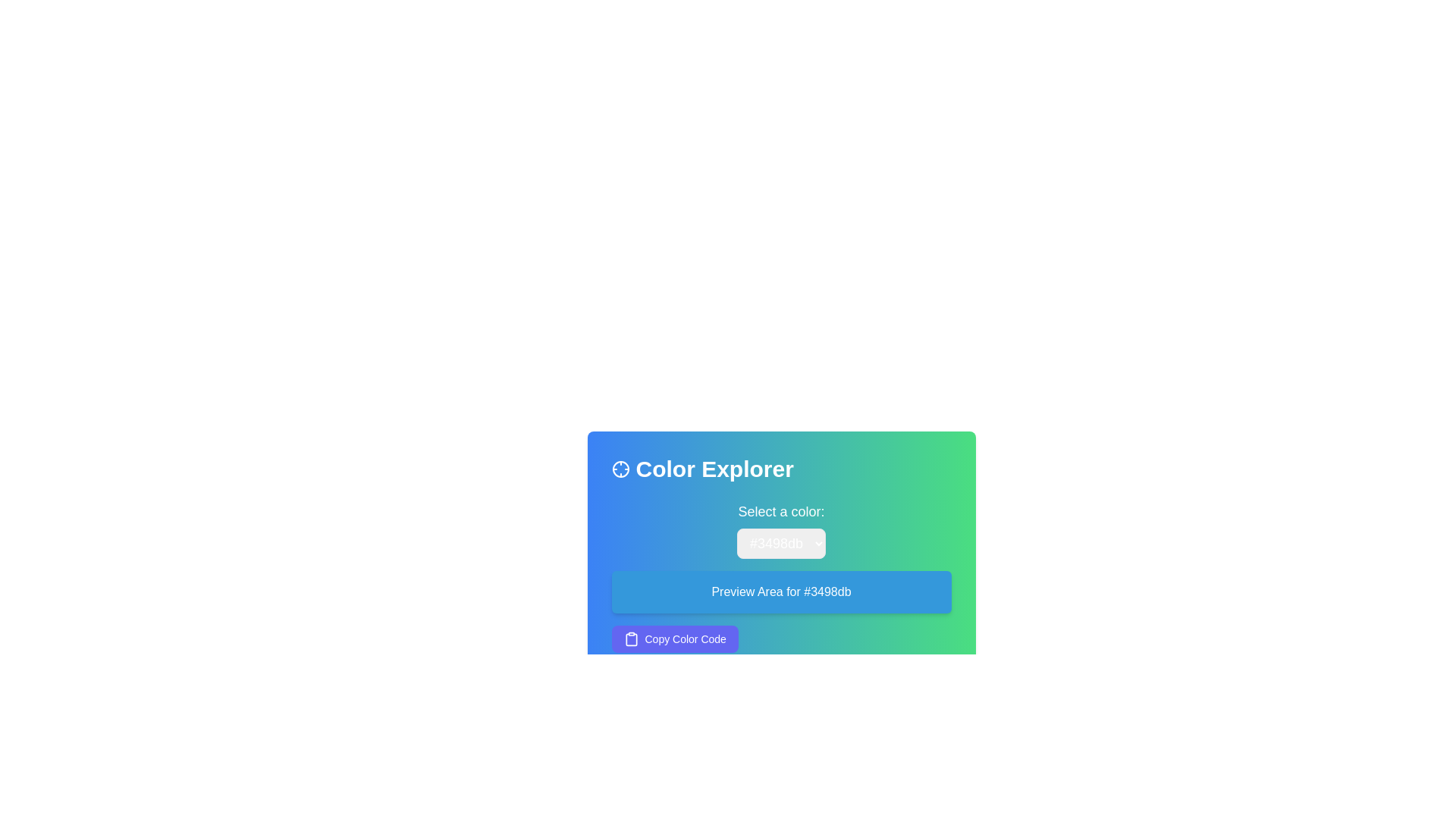  What do you see at coordinates (631, 639) in the screenshot?
I see `the clipboard icon located to the left of the 'Copy Color Code' button, which has a minimalistic design with a rounded border and a transparent center` at bounding box center [631, 639].